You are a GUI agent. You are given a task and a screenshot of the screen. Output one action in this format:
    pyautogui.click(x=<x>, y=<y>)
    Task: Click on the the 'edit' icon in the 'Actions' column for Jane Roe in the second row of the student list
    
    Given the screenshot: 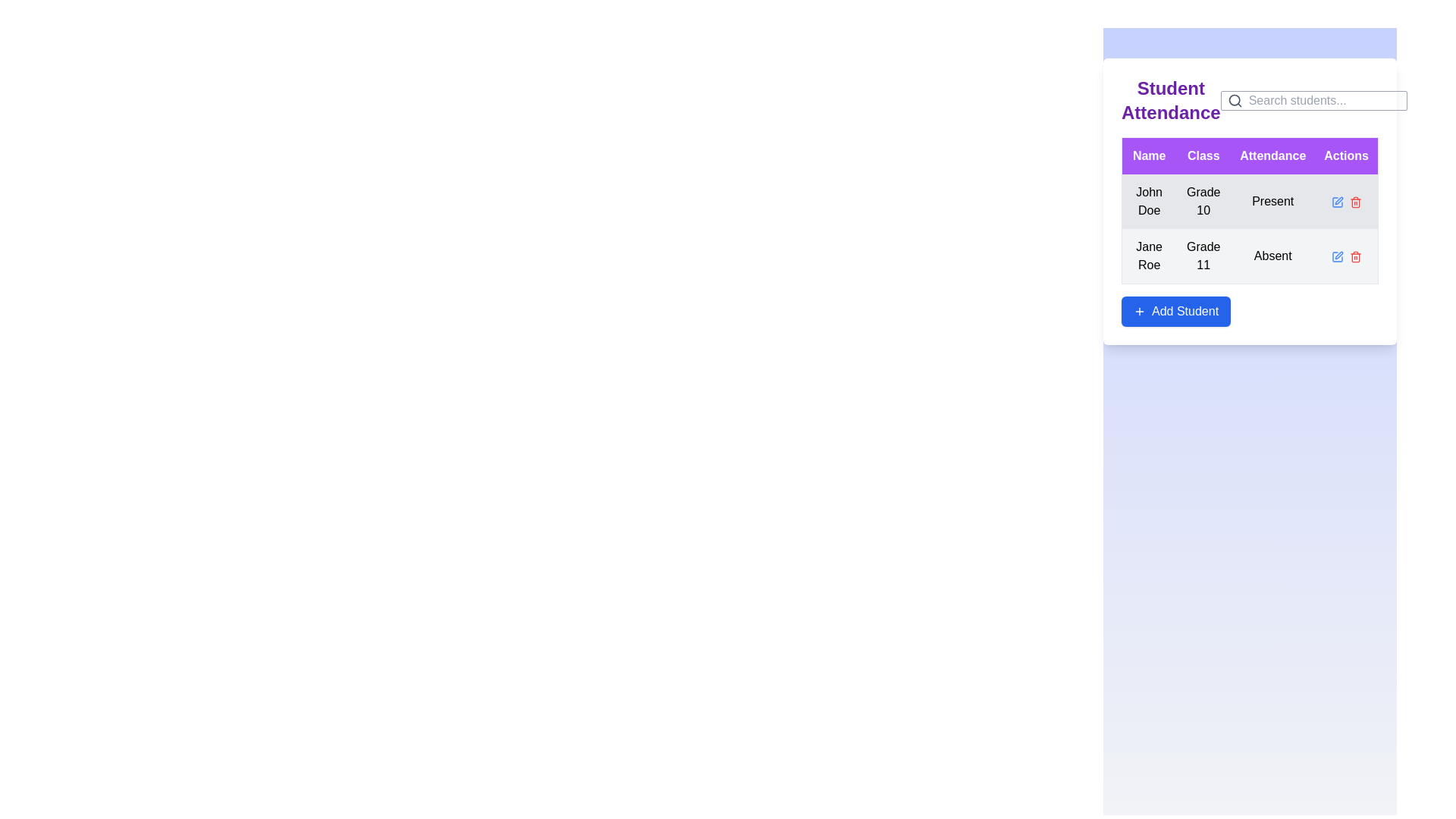 What is the action you would take?
    pyautogui.click(x=1338, y=254)
    